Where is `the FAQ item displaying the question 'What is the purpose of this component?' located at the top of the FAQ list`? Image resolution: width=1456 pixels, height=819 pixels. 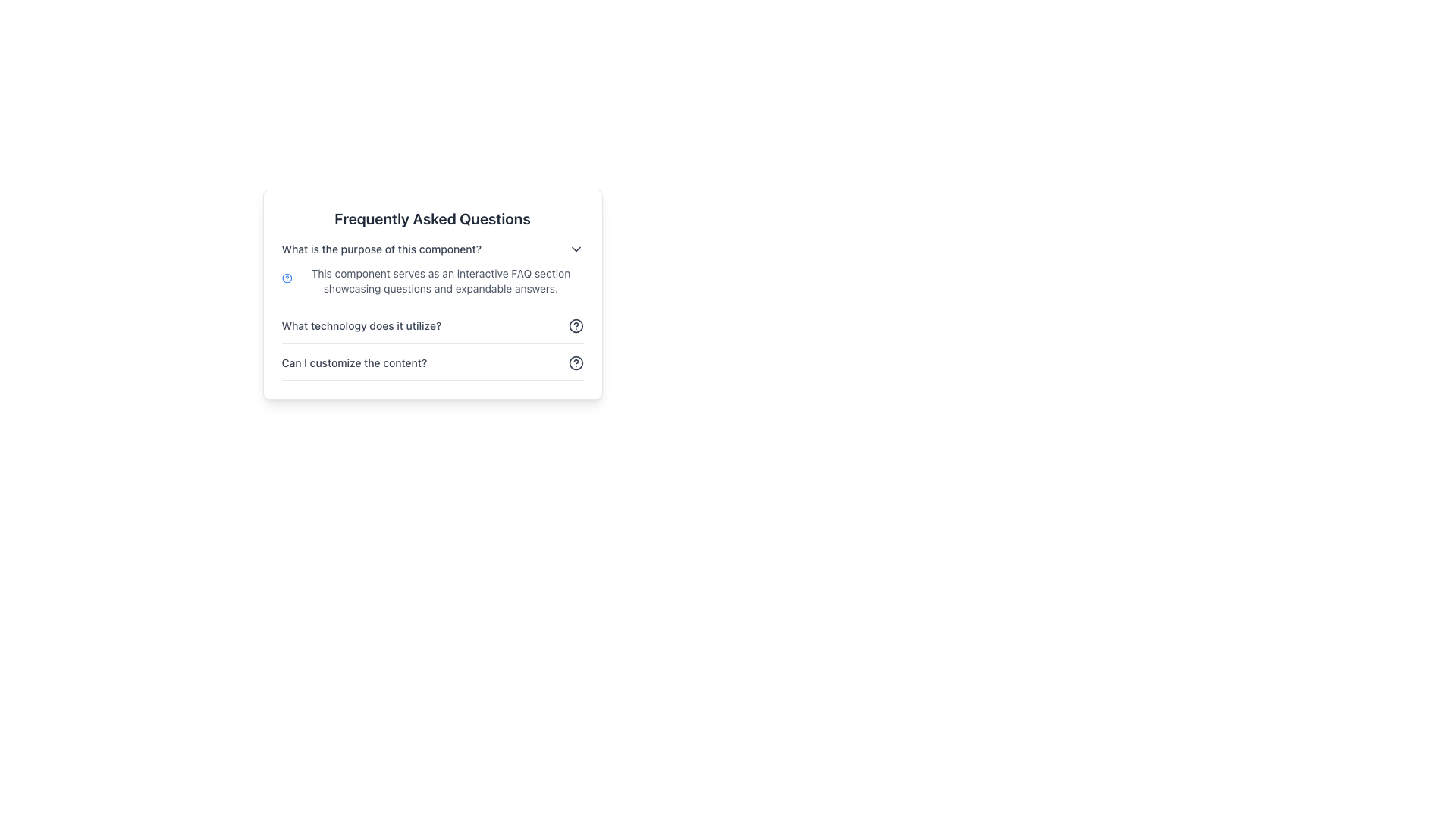
the FAQ item displaying the question 'What is the purpose of this component?' located at the top of the FAQ list is located at coordinates (431, 274).